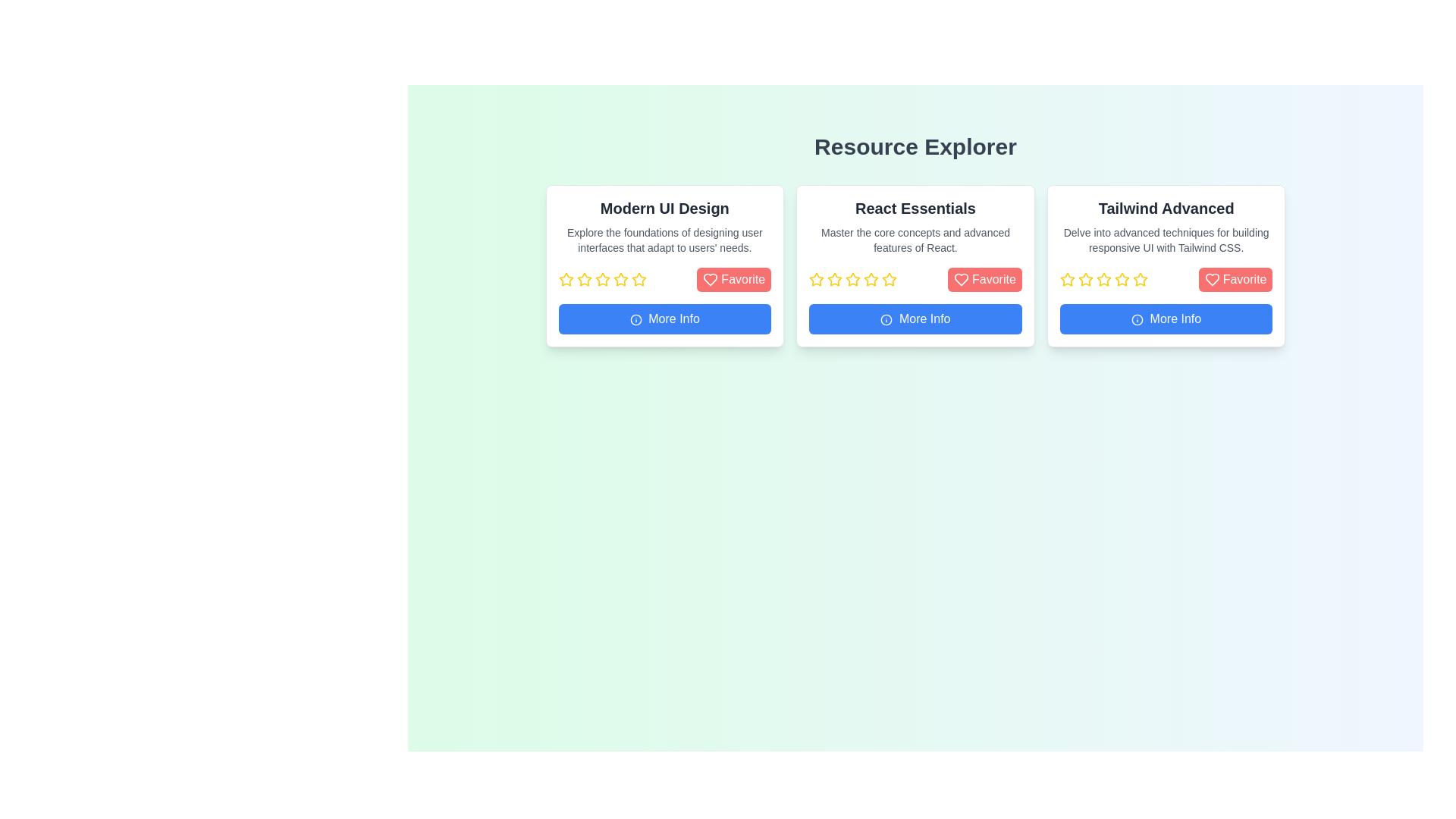  Describe the element at coordinates (915, 239) in the screenshot. I see `the text block styled with a gray font located beneath the title 'React Essentials'` at that location.